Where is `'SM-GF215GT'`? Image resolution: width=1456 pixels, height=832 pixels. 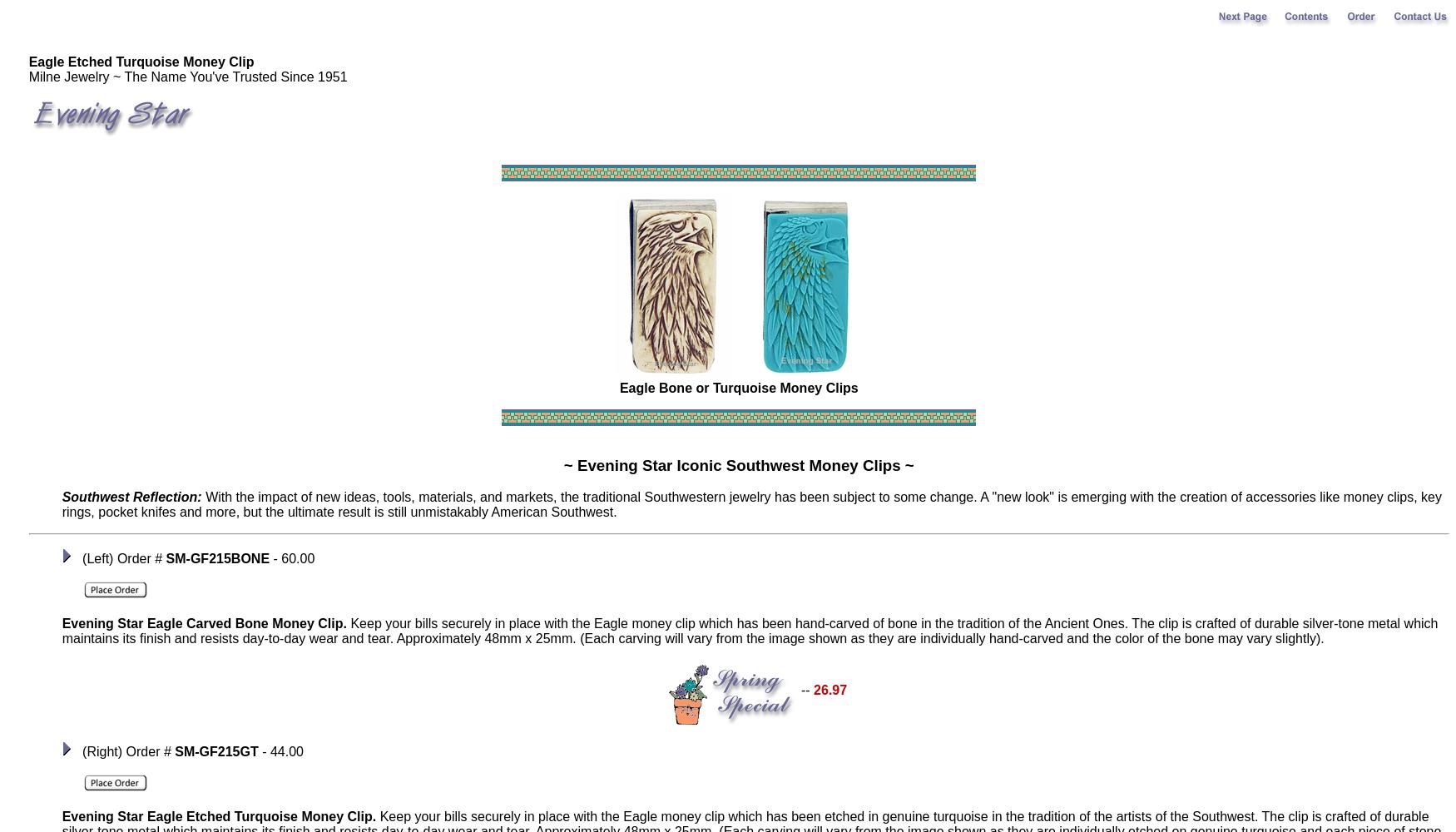
'SM-GF215GT' is located at coordinates (175, 751).